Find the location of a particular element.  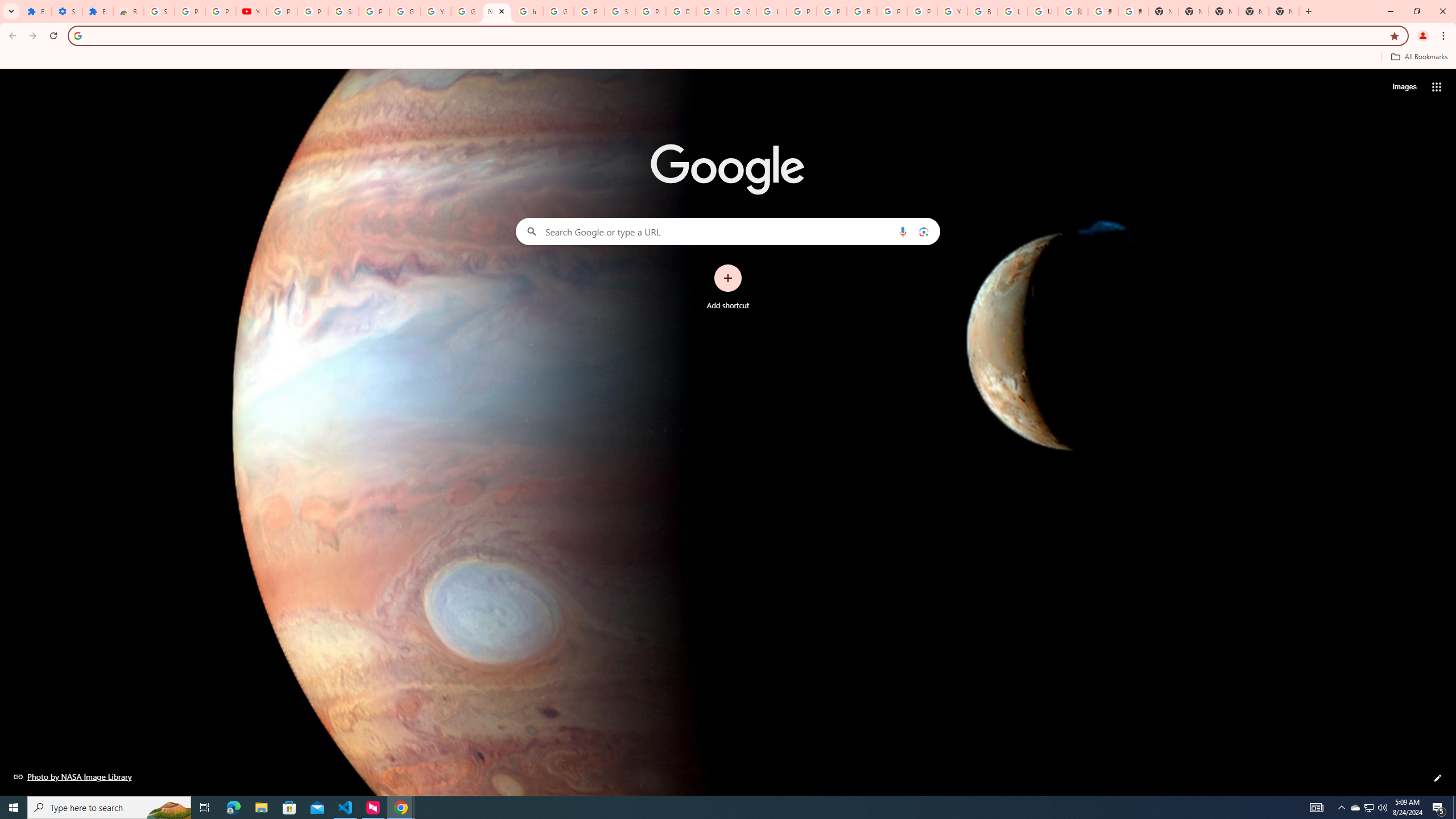

'Google Account' is located at coordinates (404, 11).